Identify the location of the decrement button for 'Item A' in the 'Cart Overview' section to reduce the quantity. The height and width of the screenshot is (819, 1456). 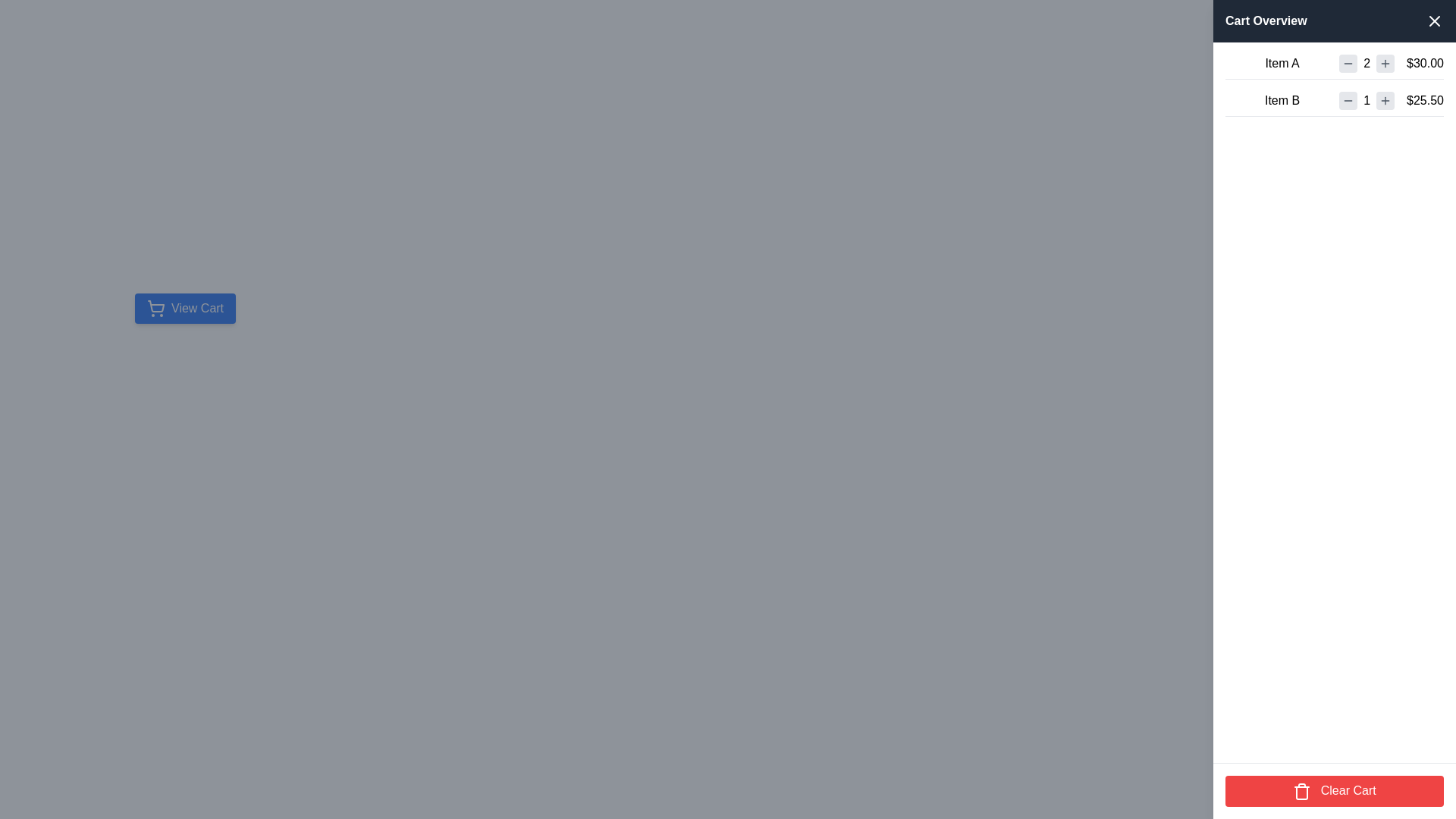
(1348, 63).